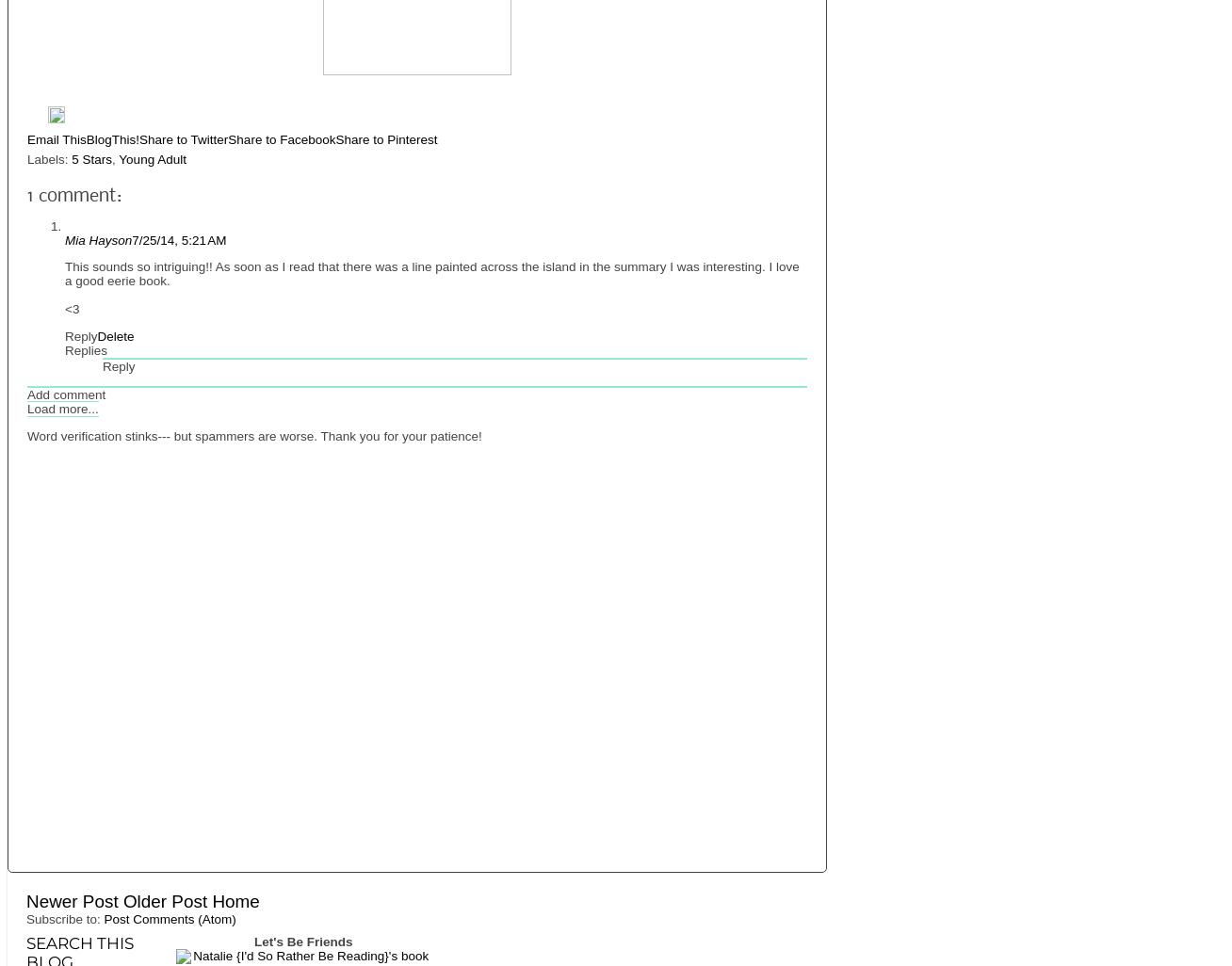 The image size is (1232, 966). Describe the element at coordinates (111, 138) in the screenshot. I see `'BlogThis!'` at that location.